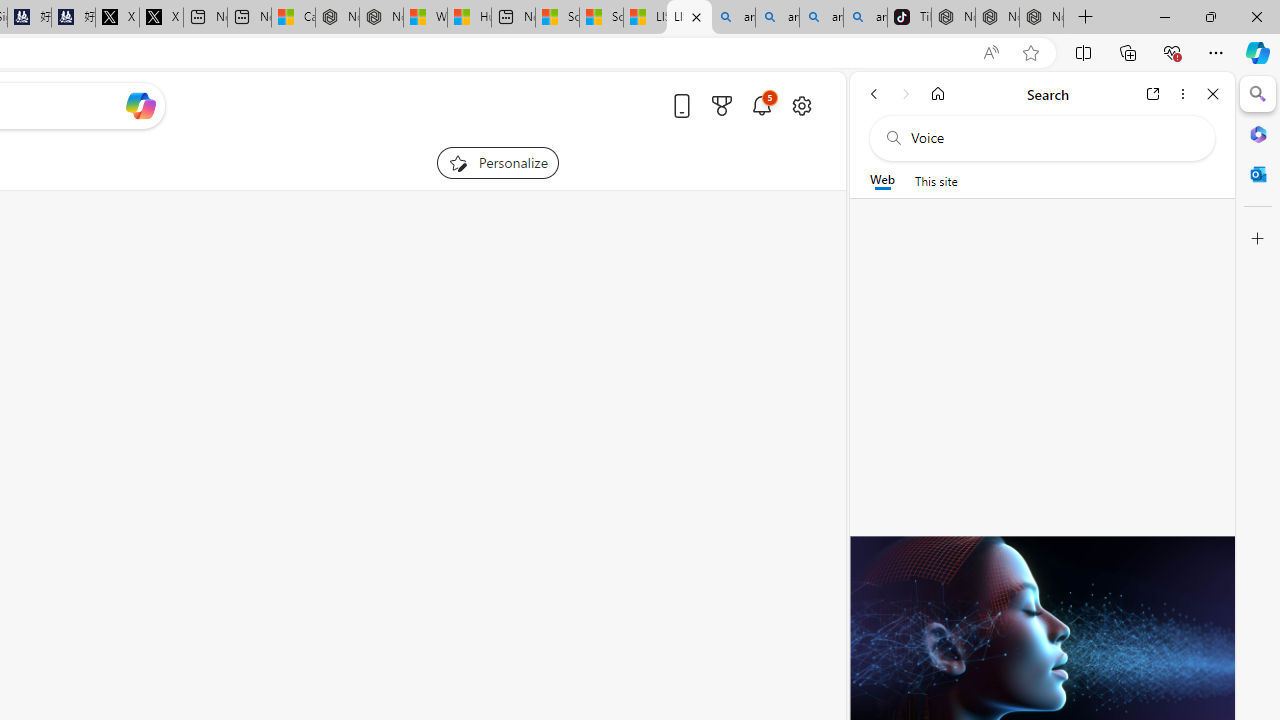 Image resolution: width=1280 pixels, height=720 pixels. I want to click on 'Wildlife - MSN', so click(424, 17).